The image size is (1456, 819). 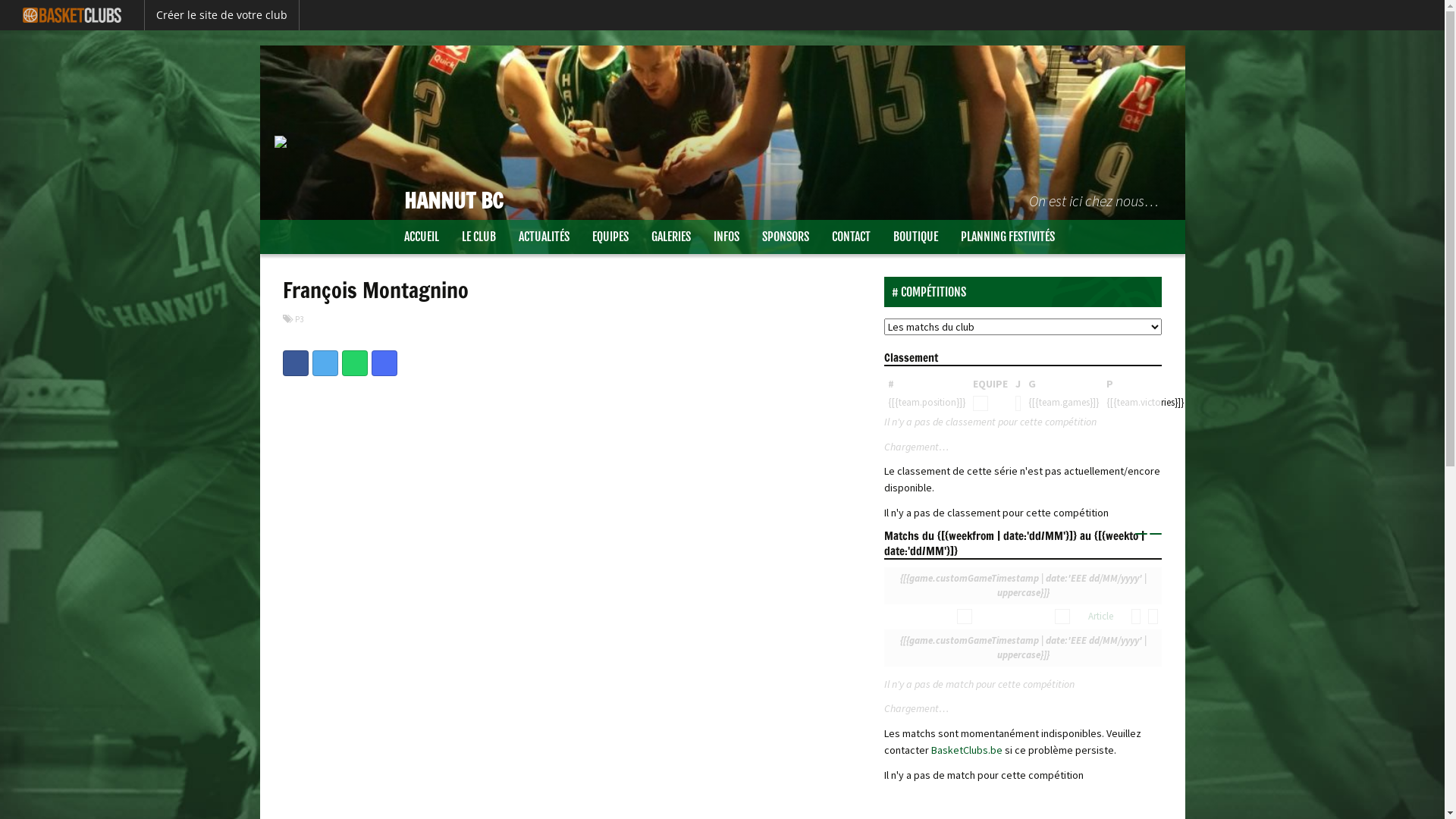 I want to click on 'Article', so click(x=1087, y=616).